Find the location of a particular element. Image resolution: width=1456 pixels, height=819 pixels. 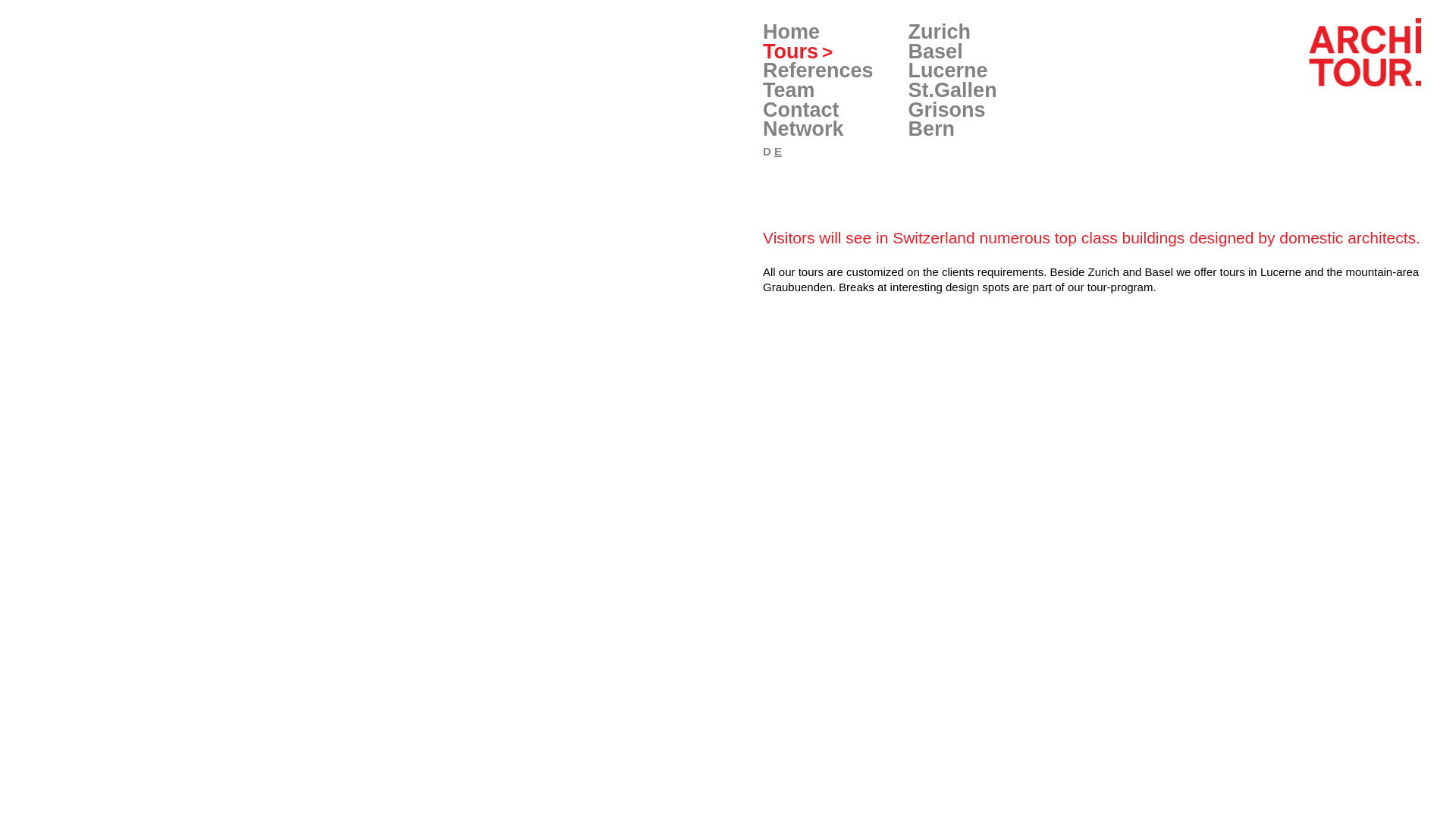

'Team' is located at coordinates (789, 90).